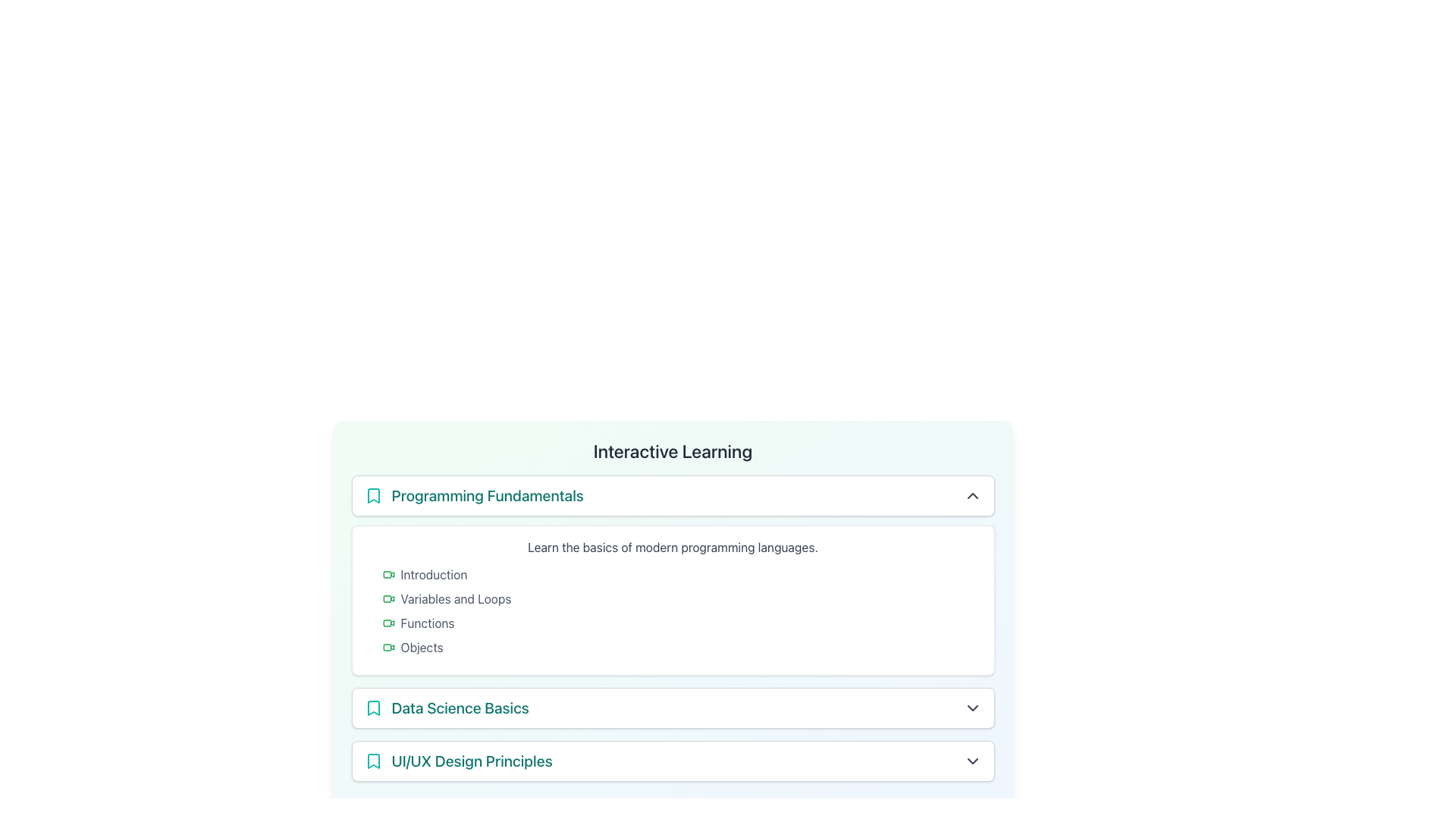 The height and width of the screenshot is (819, 1456). I want to click on the upward arrow icon, so click(972, 496).